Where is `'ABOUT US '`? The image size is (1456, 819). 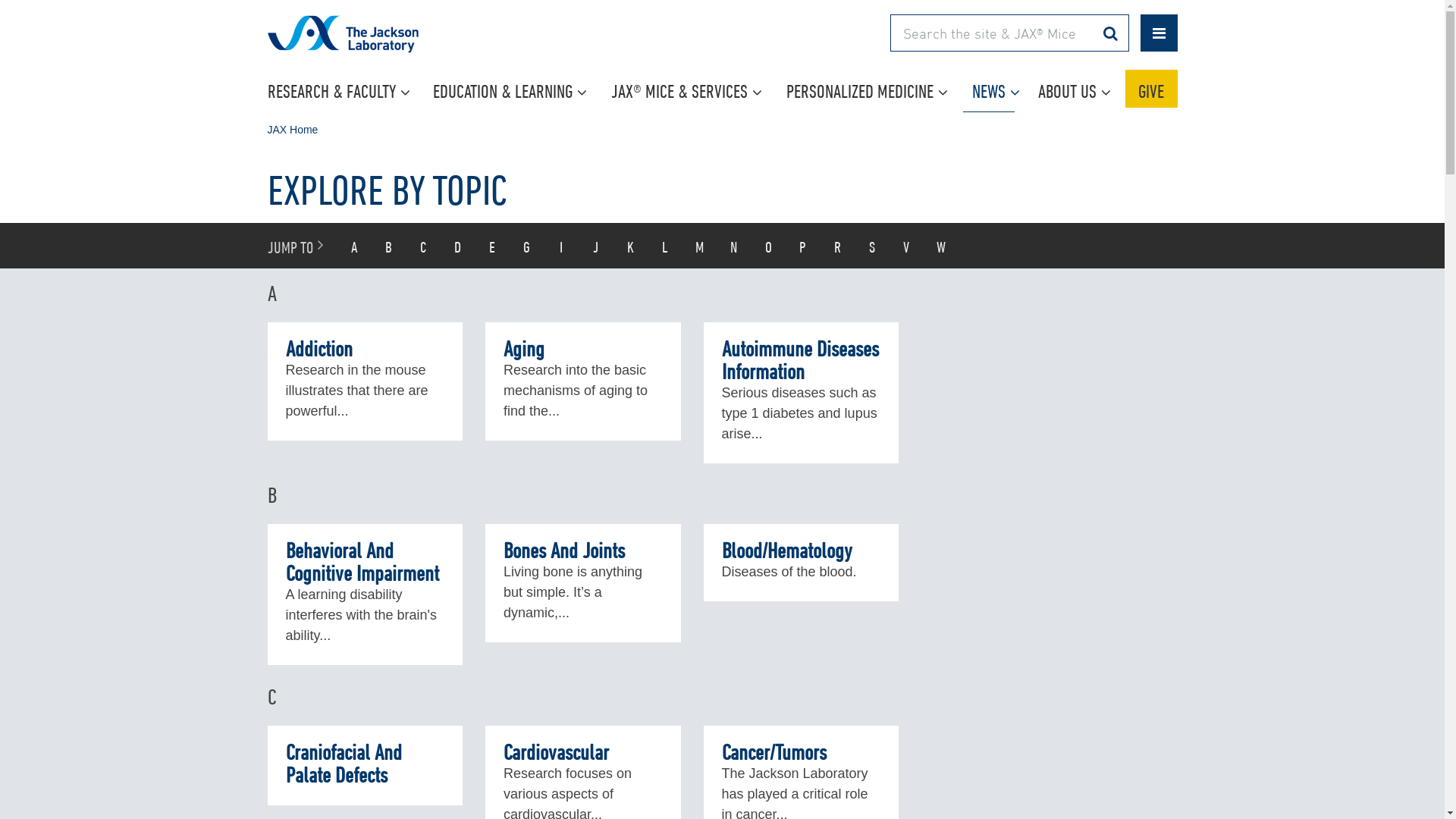
'ABOUT US ' is located at coordinates (1074, 88).